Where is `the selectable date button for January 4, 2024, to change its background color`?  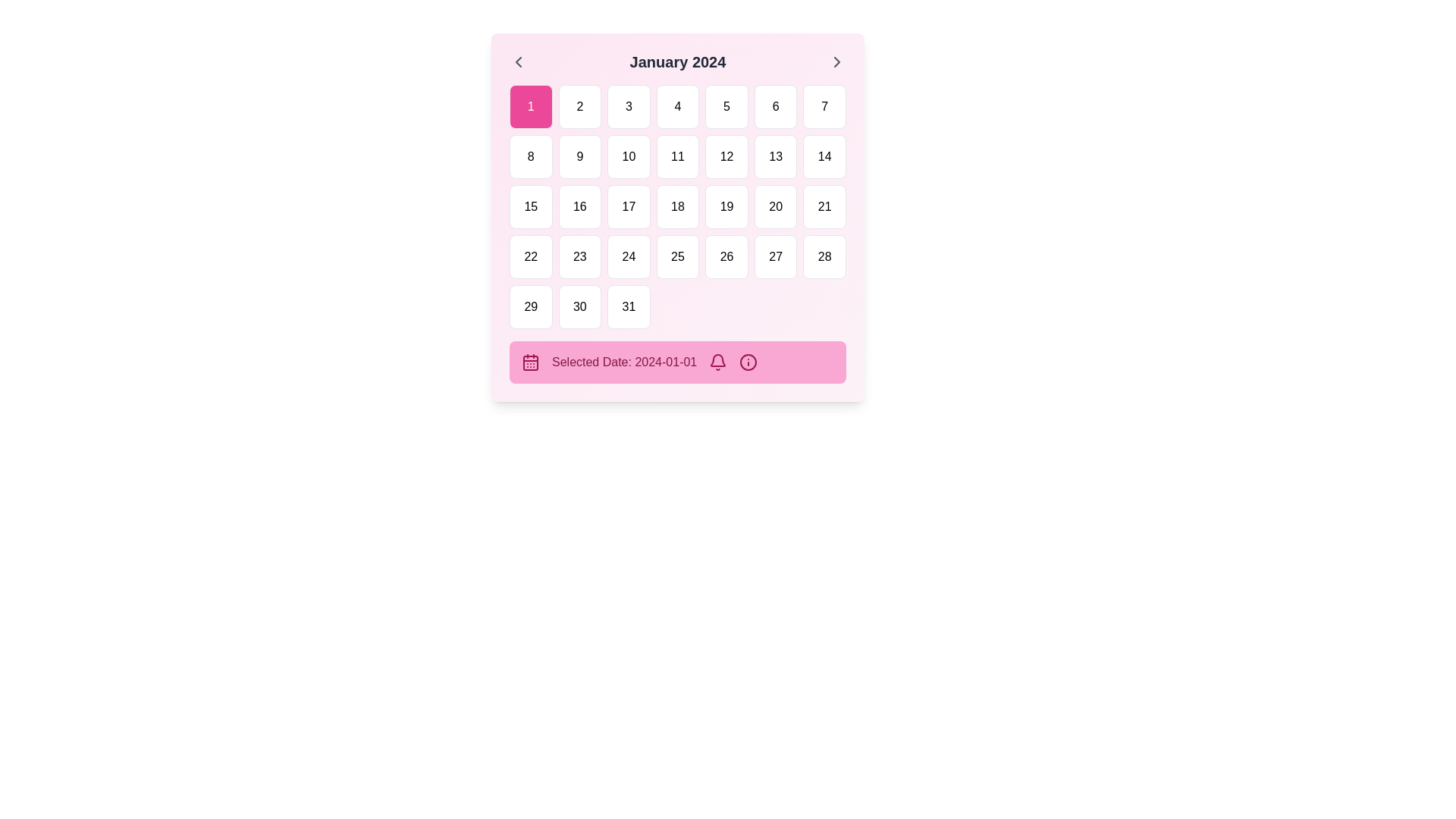 the selectable date button for January 4, 2024, to change its background color is located at coordinates (676, 106).